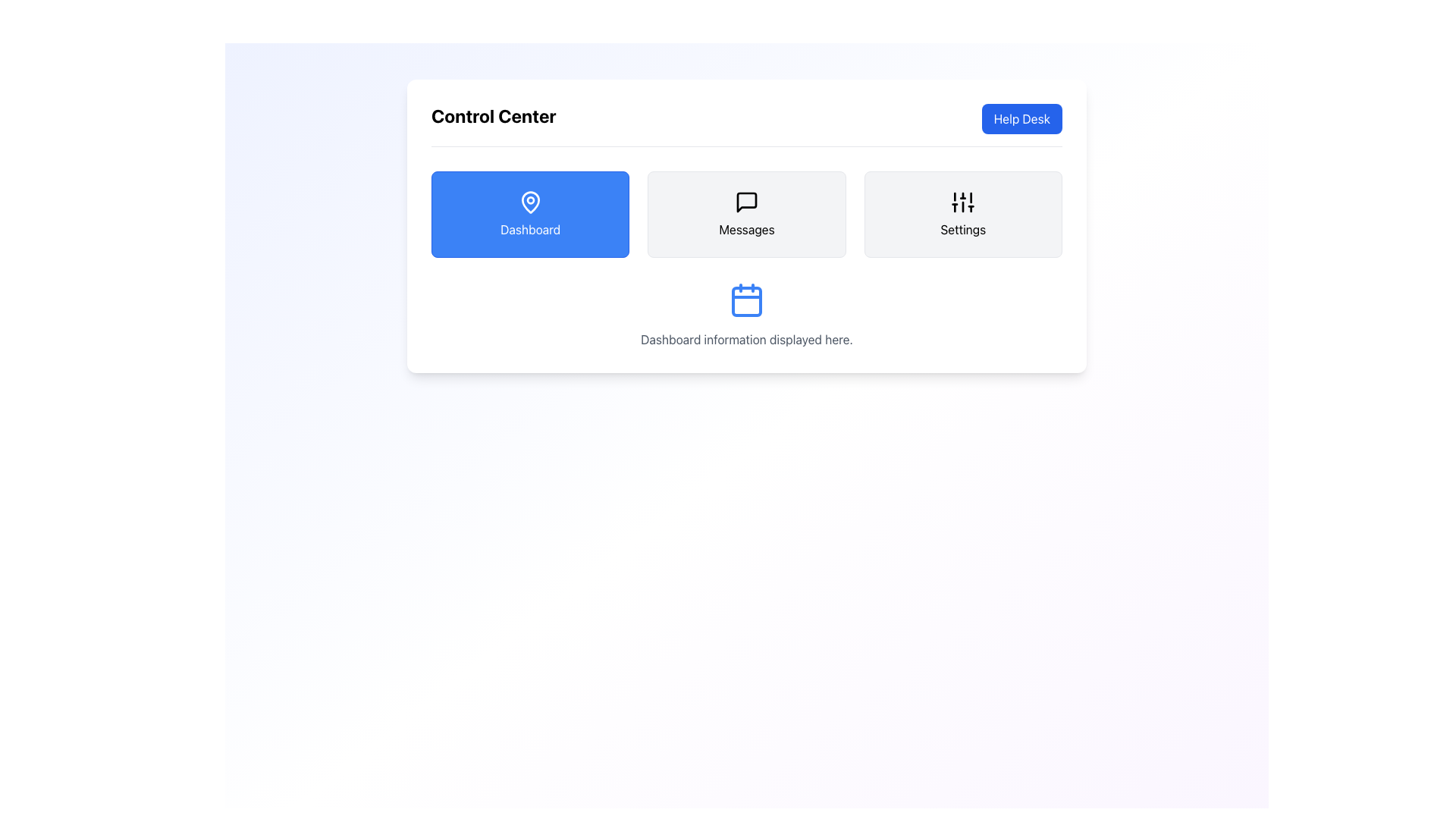 The height and width of the screenshot is (819, 1456). What do you see at coordinates (746, 214) in the screenshot?
I see `the 'Messages' card-style navigation element, which features a speech bubble icon and is the second card in a row of three cards` at bounding box center [746, 214].